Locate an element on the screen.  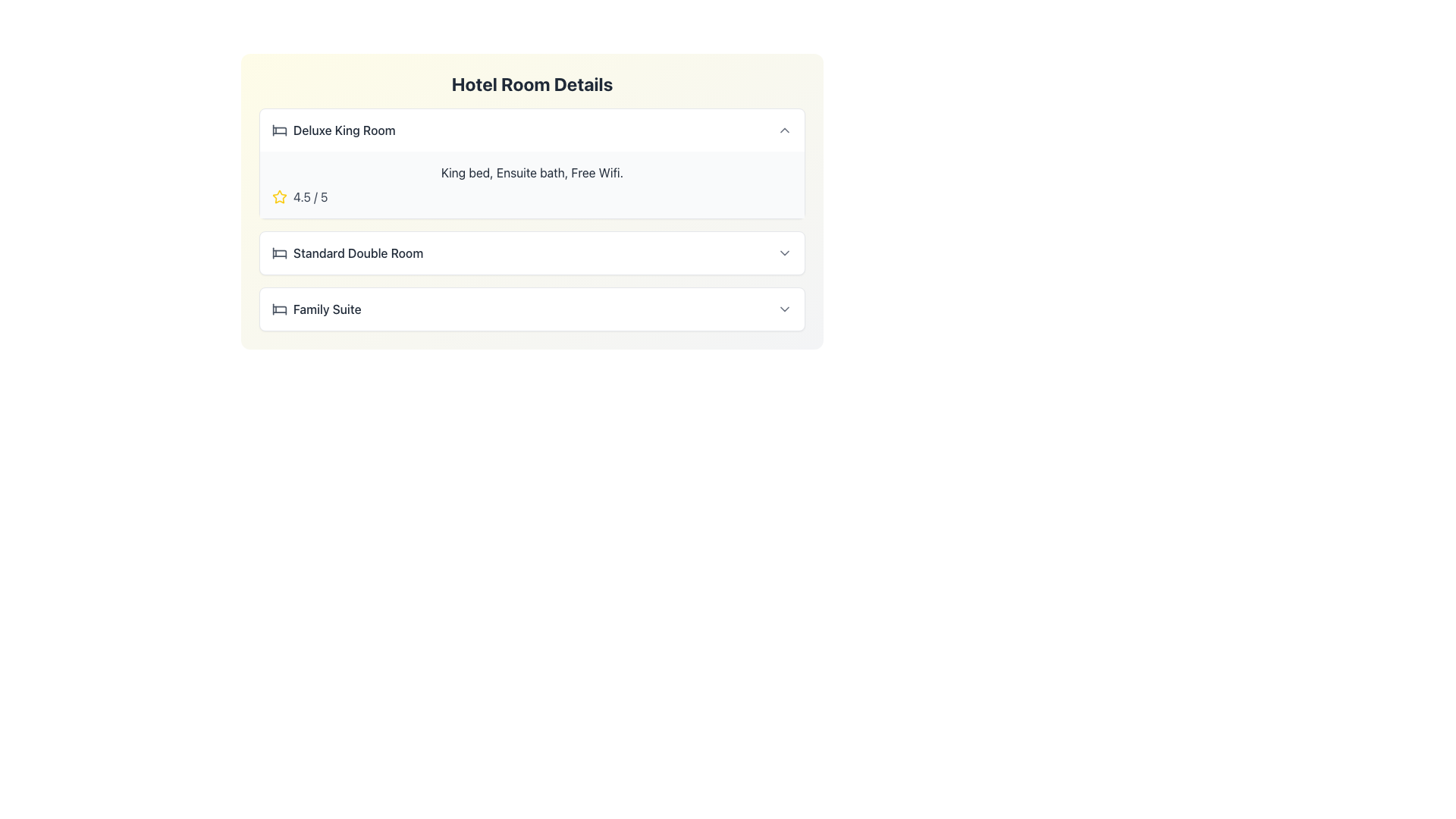
the 'Family Suite' room details button located in the third section of the vertically stacked list of room options is located at coordinates (532, 309).